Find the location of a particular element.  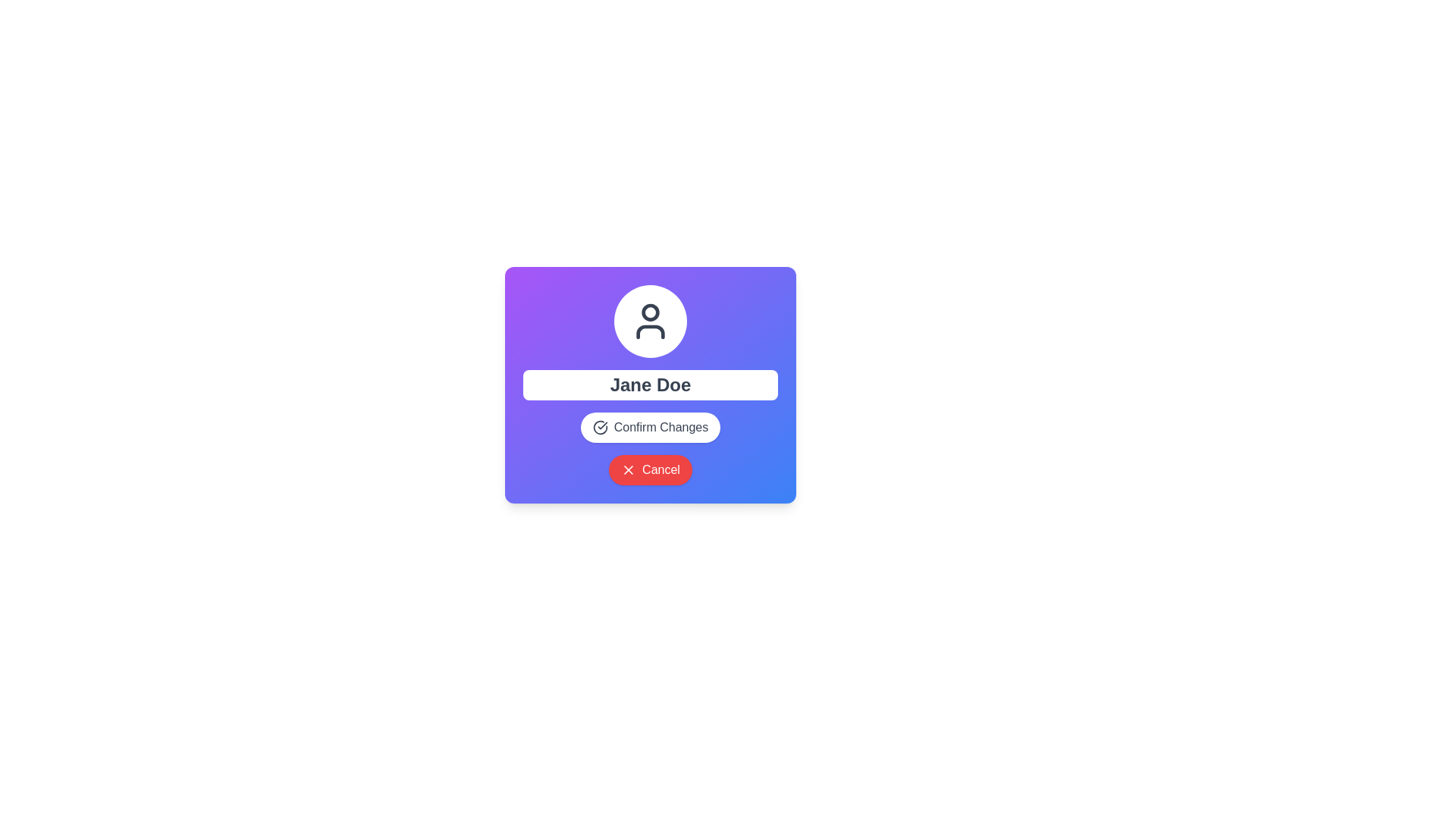

the Profile representation component (UI icon) that symbolizes the user's profile, which is centrally placed in the card-like UI component is located at coordinates (651, 321).